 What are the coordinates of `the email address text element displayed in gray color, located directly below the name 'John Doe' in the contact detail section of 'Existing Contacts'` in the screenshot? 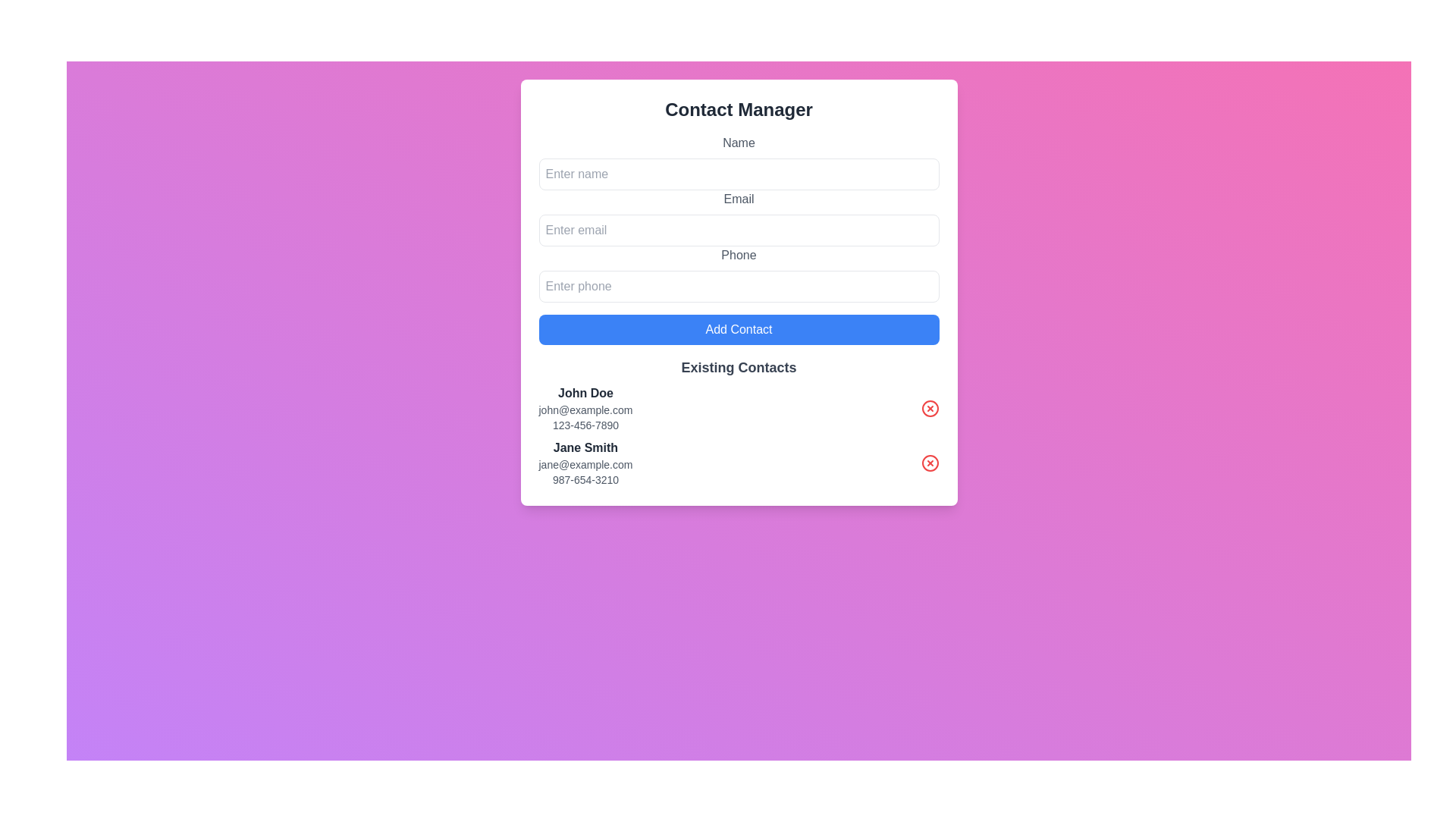 It's located at (585, 409).